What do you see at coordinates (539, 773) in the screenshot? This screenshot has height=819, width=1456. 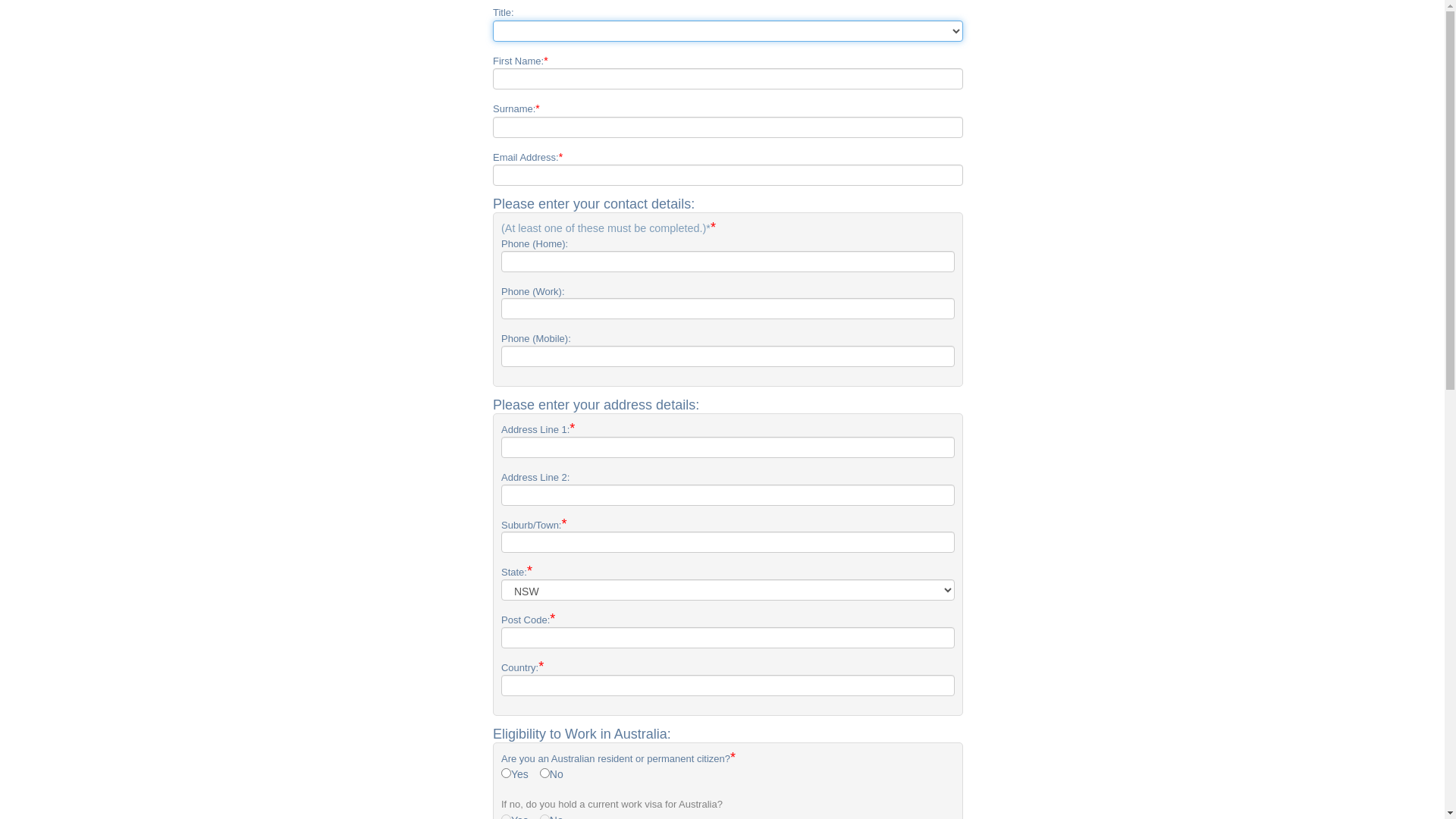 I see `'0'` at bounding box center [539, 773].